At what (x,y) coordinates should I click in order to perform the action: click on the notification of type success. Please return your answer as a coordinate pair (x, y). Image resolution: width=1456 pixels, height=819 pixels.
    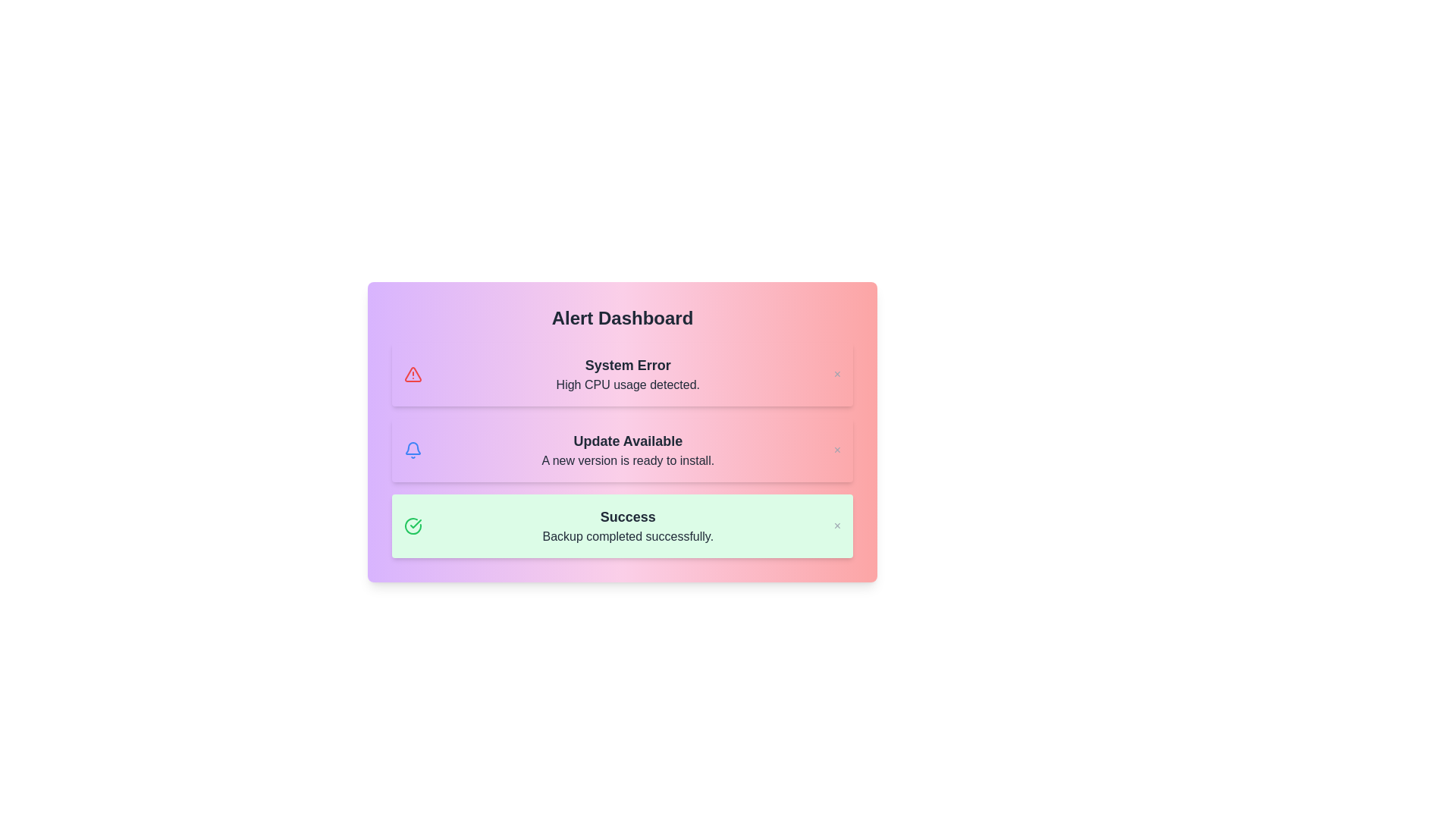
    Looking at the image, I should click on (622, 526).